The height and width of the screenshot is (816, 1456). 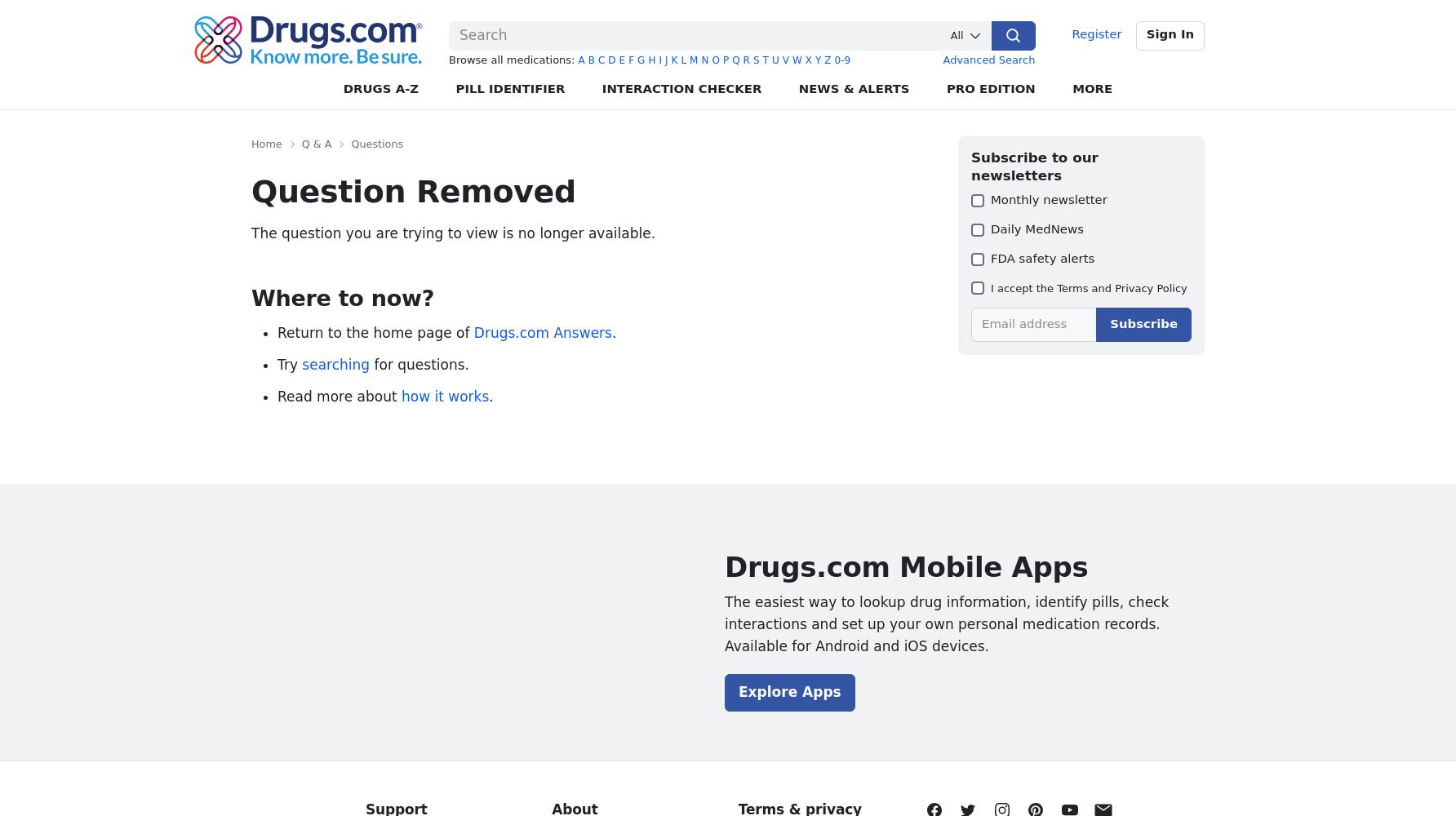 I want to click on 's', so click(x=756, y=60).